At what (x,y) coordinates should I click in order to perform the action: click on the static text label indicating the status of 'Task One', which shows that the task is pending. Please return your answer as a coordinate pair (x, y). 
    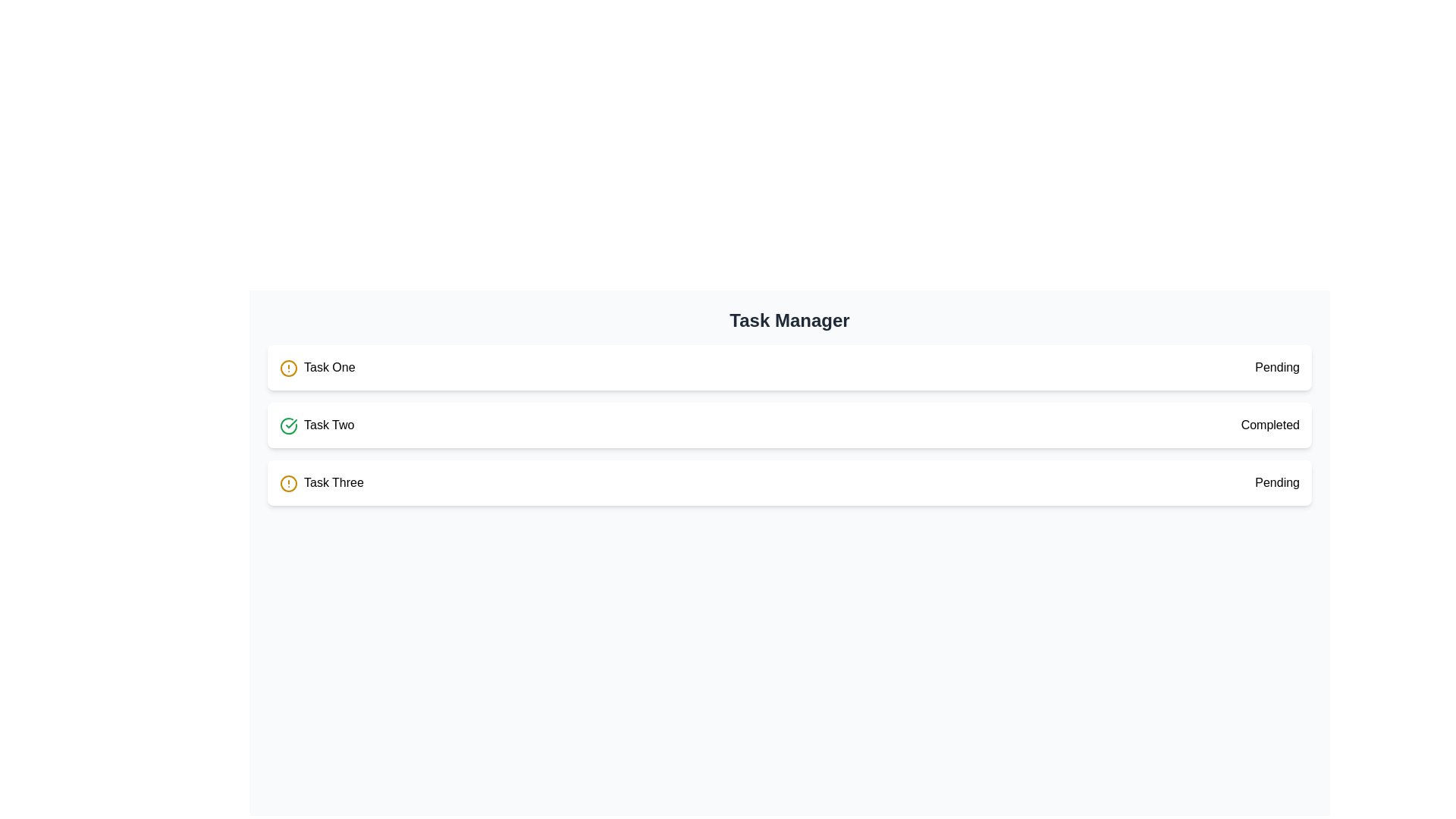
    Looking at the image, I should click on (1276, 368).